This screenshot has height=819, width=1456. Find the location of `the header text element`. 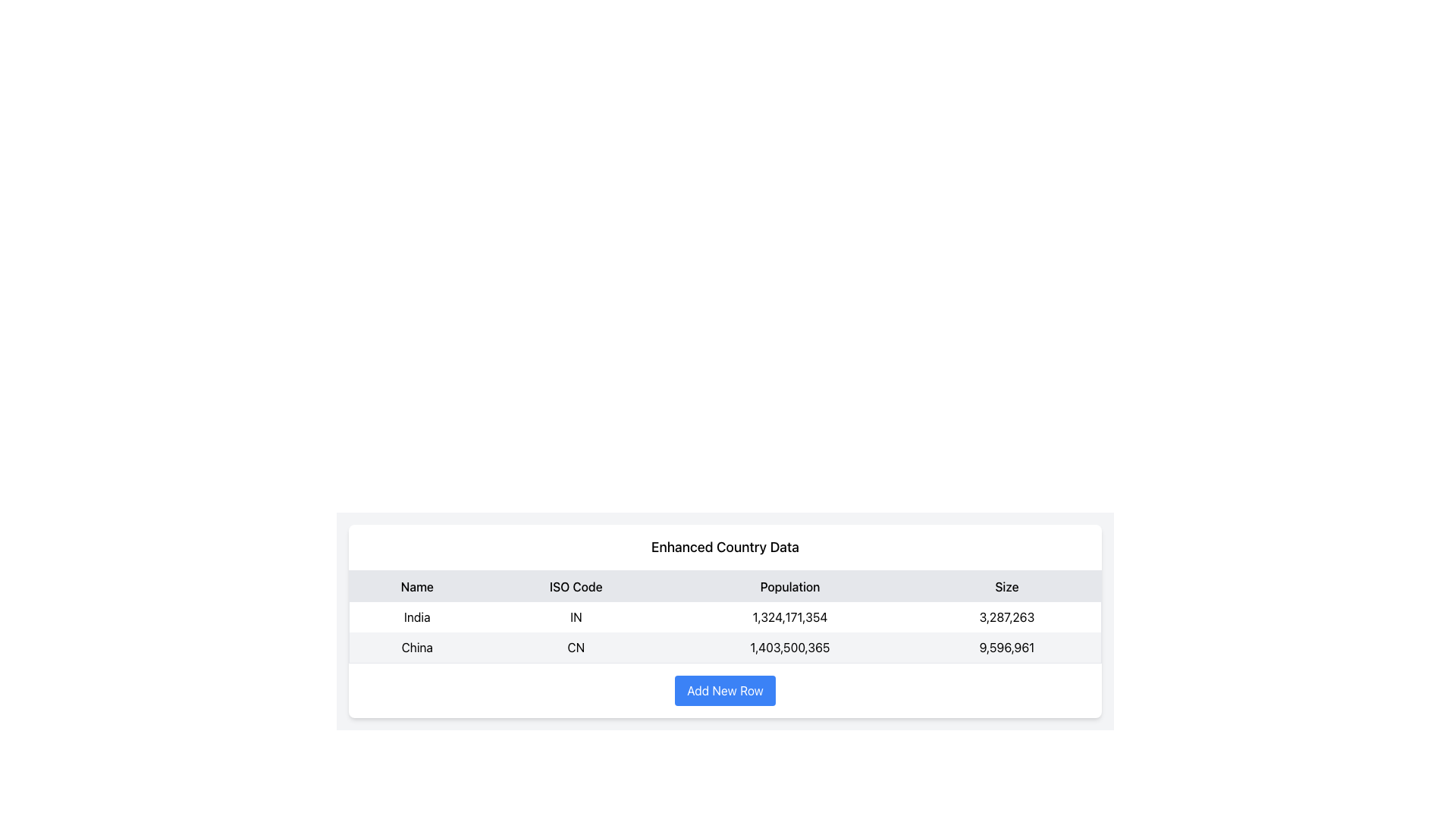

the header text element is located at coordinates (417, 585).